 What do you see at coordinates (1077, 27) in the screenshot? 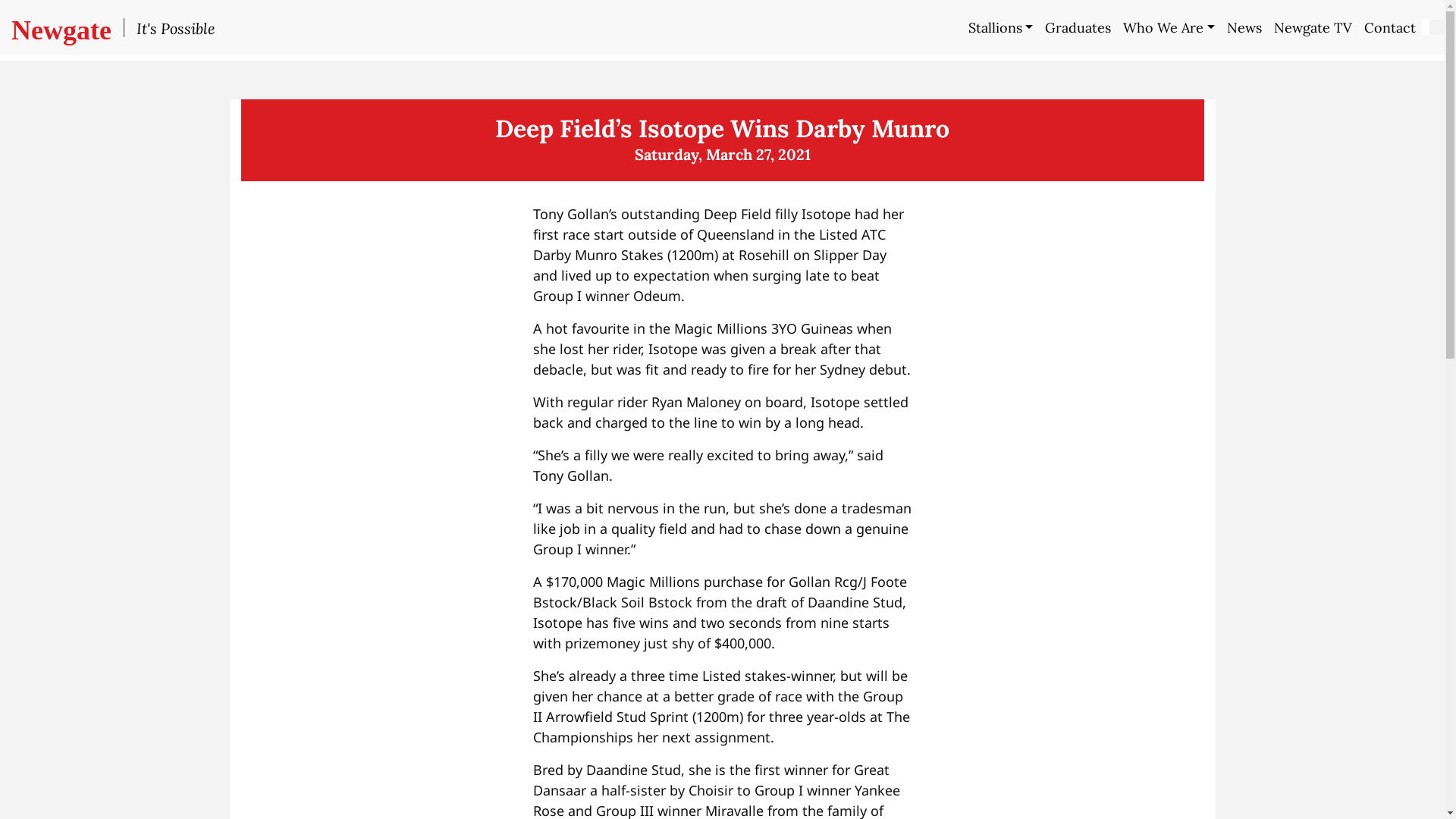
I see `'Graduates'` at bounding box center [1077, 27].